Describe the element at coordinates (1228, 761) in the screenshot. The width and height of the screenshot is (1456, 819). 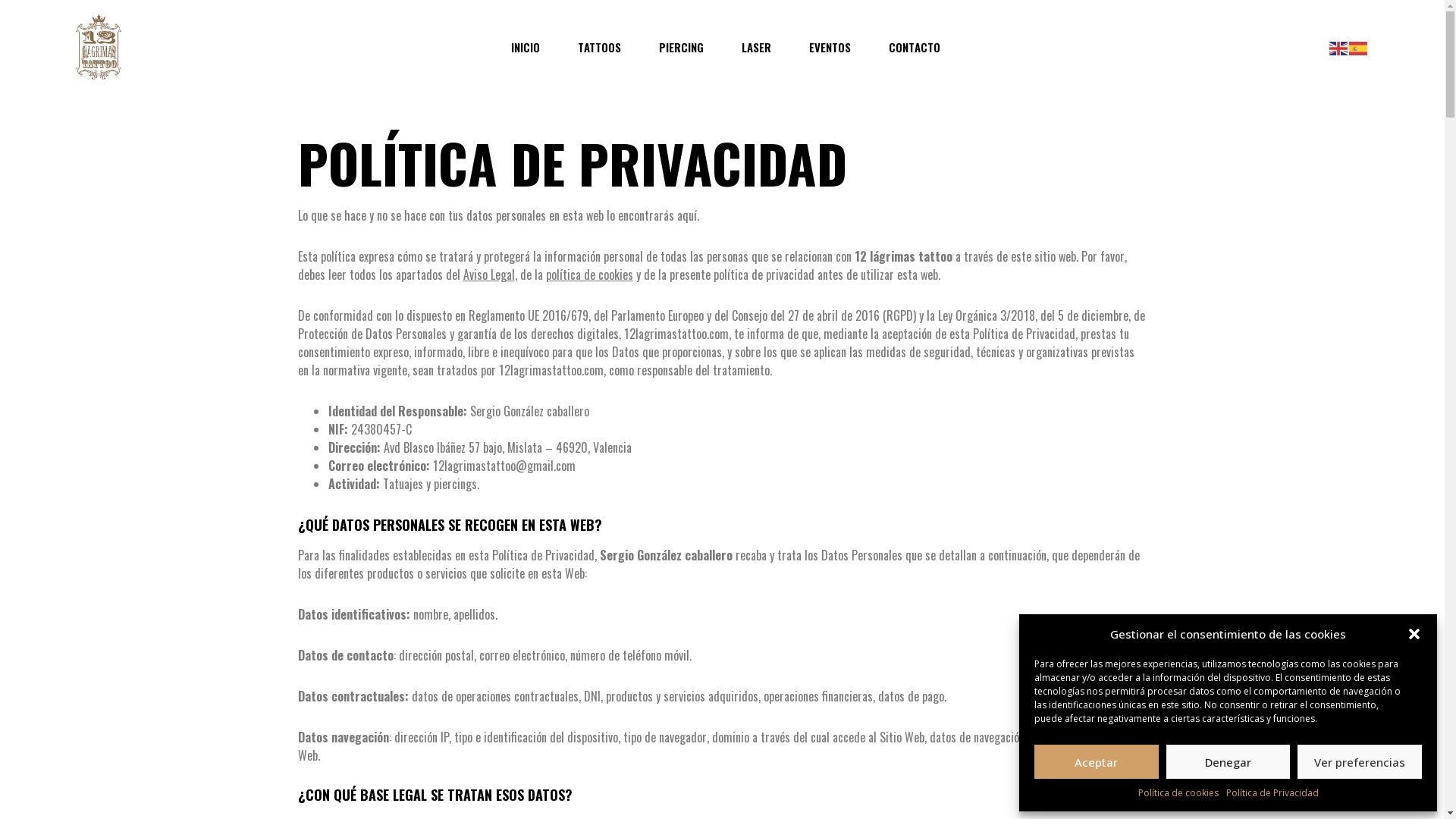
I see `'Denegar'` at that location.